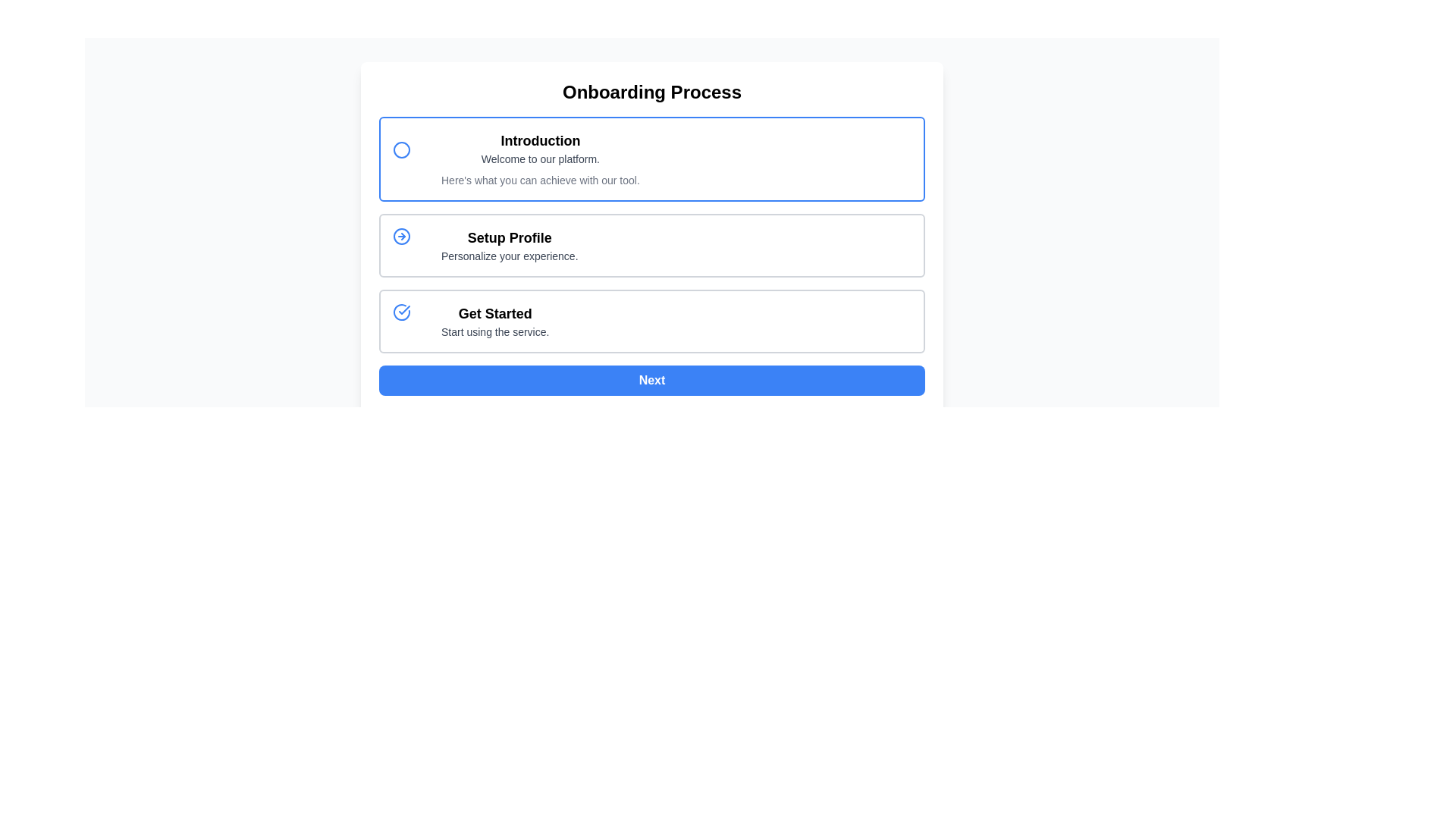  Describe the element at coordinates (540, 158) in the screenshot. I see `introductory text block that guides users about the platform and its features, located in the top-left area of the vertical list layout` at that location.